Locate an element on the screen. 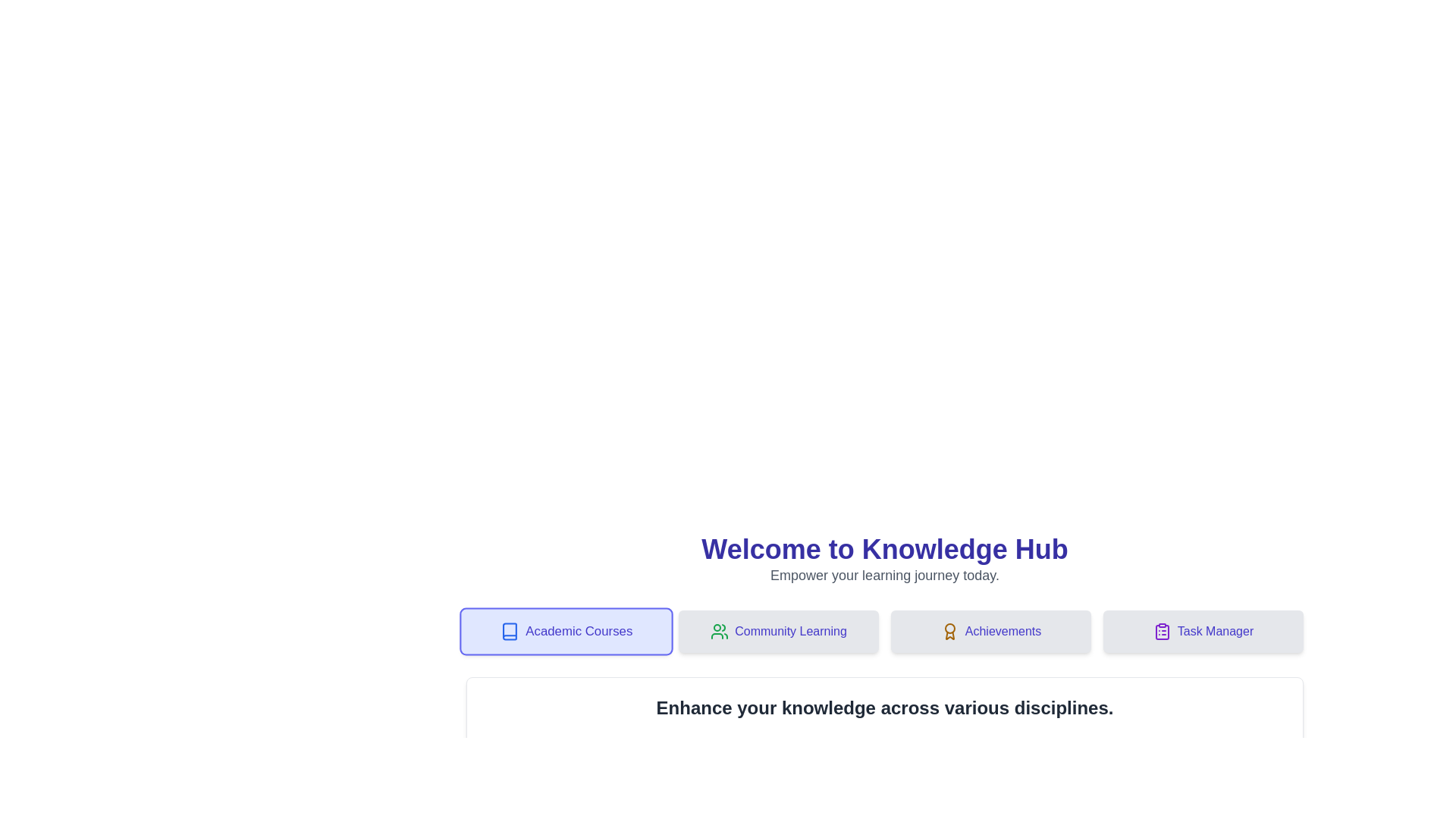 This screenshot has height=819, width=1456. the 'Task Manager' tab button to view its content is located at coordinates (1203, 632).